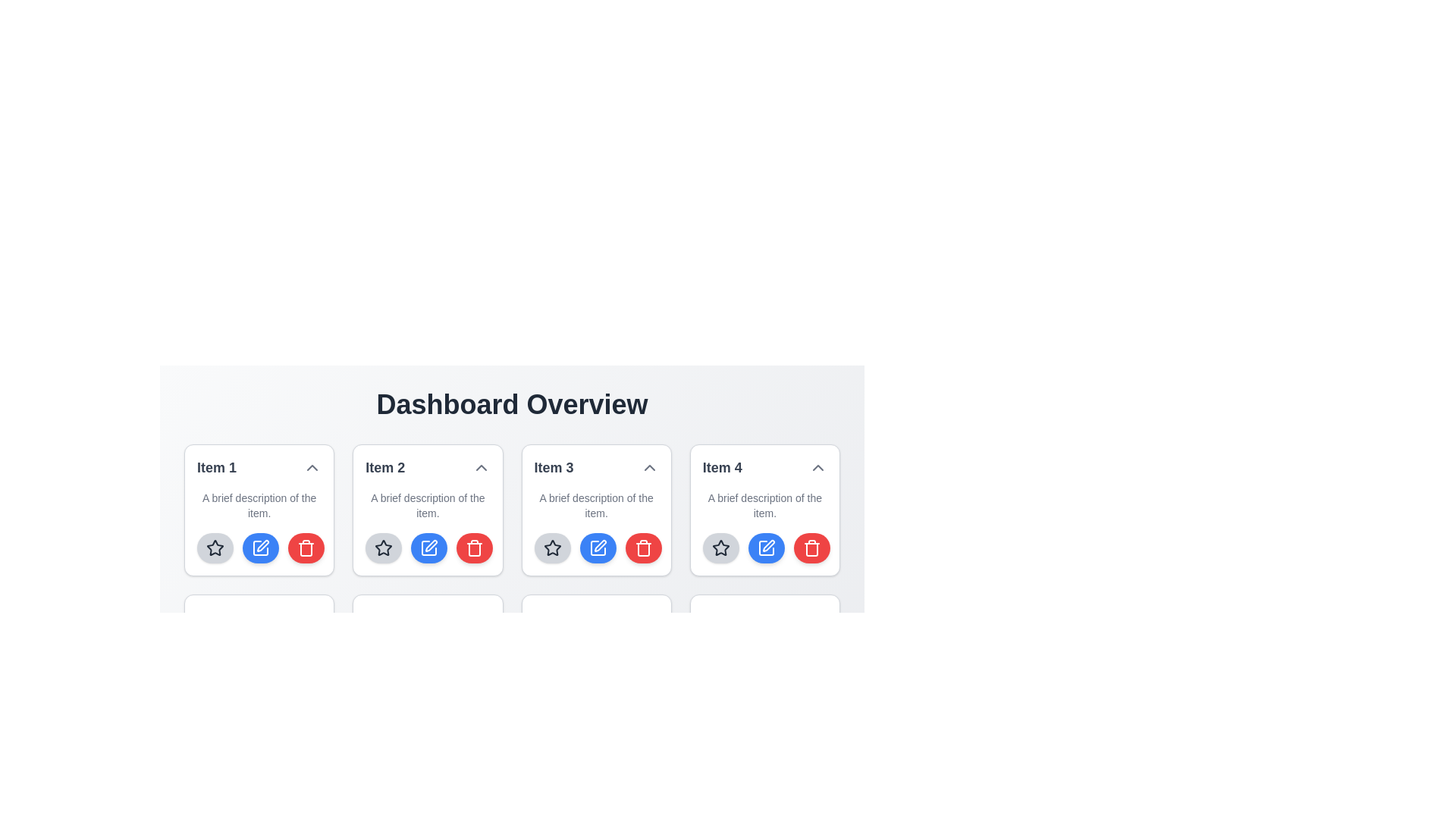 This screenshot has height=819, width=1456. I want to click on the delete icon button located in the button group of the second card, which is to the right of the pencil icon button and beneath the 'Item 2' label, so click(305, 548).